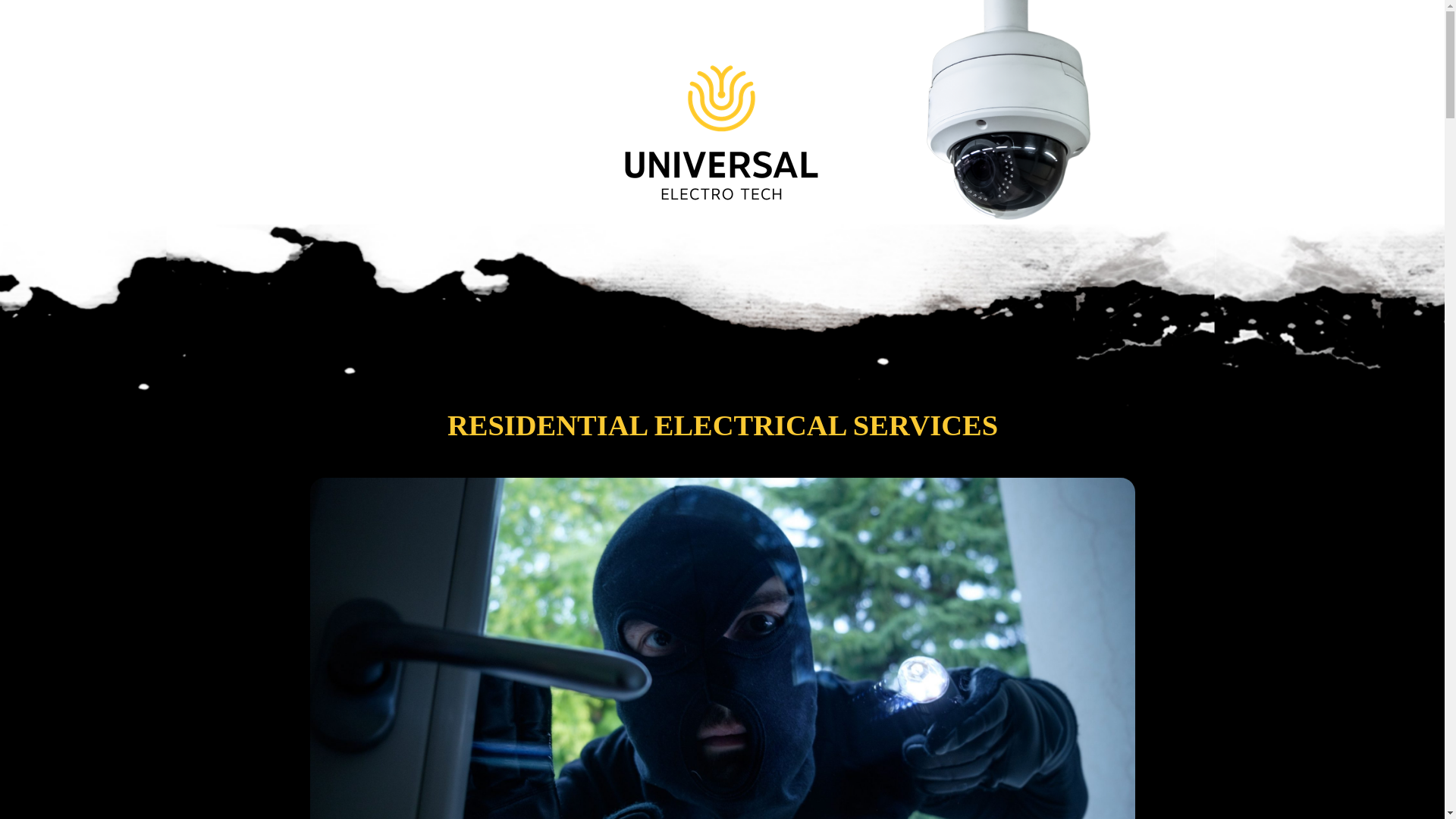  I want to click on 'logo', so click(721, 100).